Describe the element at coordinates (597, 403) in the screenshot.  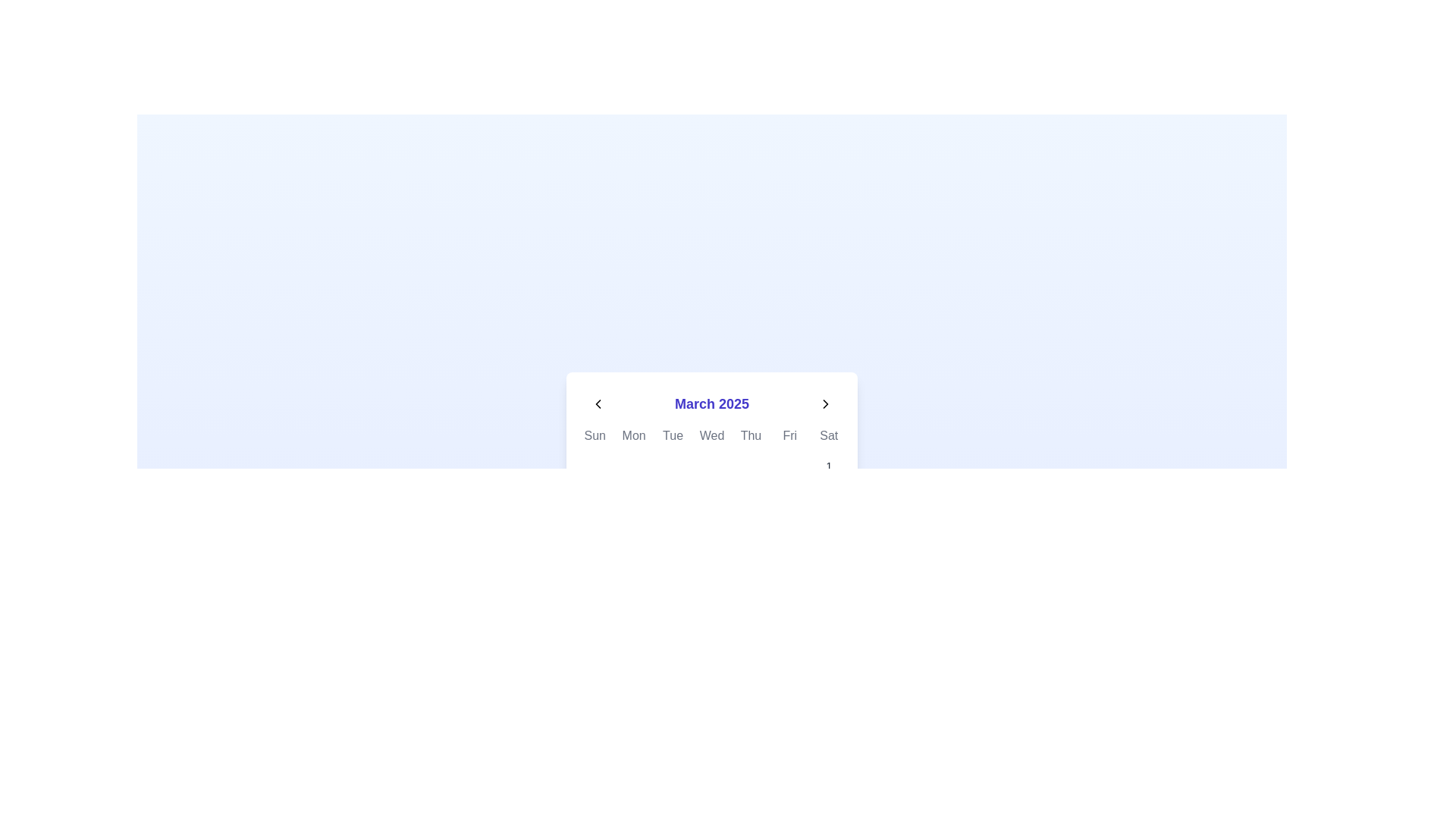
I see `the left-facing chevron arrow icon in the header of the calendar widget` at that location.